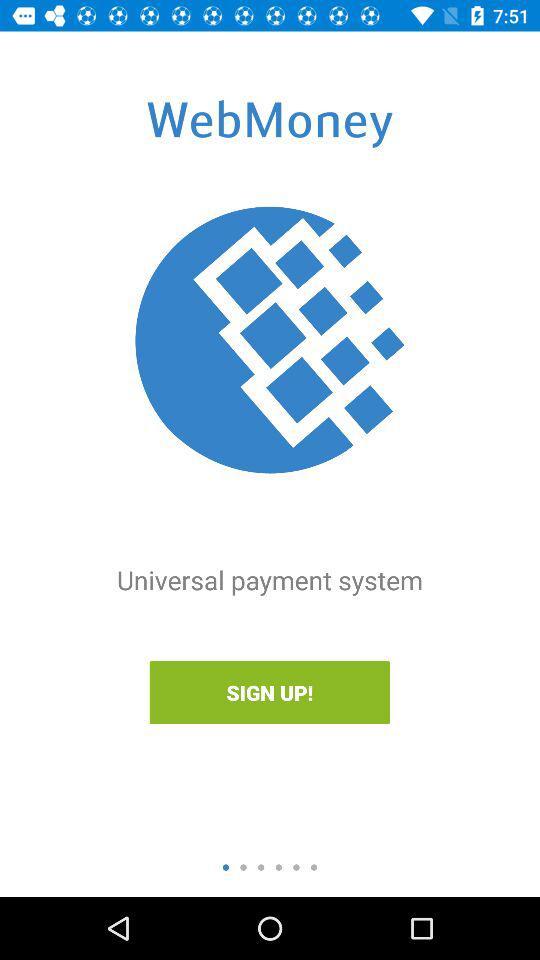  Describe the element at coordinates (269, 692) in the screenshot. I see `icon below the universal payment system` at that location.